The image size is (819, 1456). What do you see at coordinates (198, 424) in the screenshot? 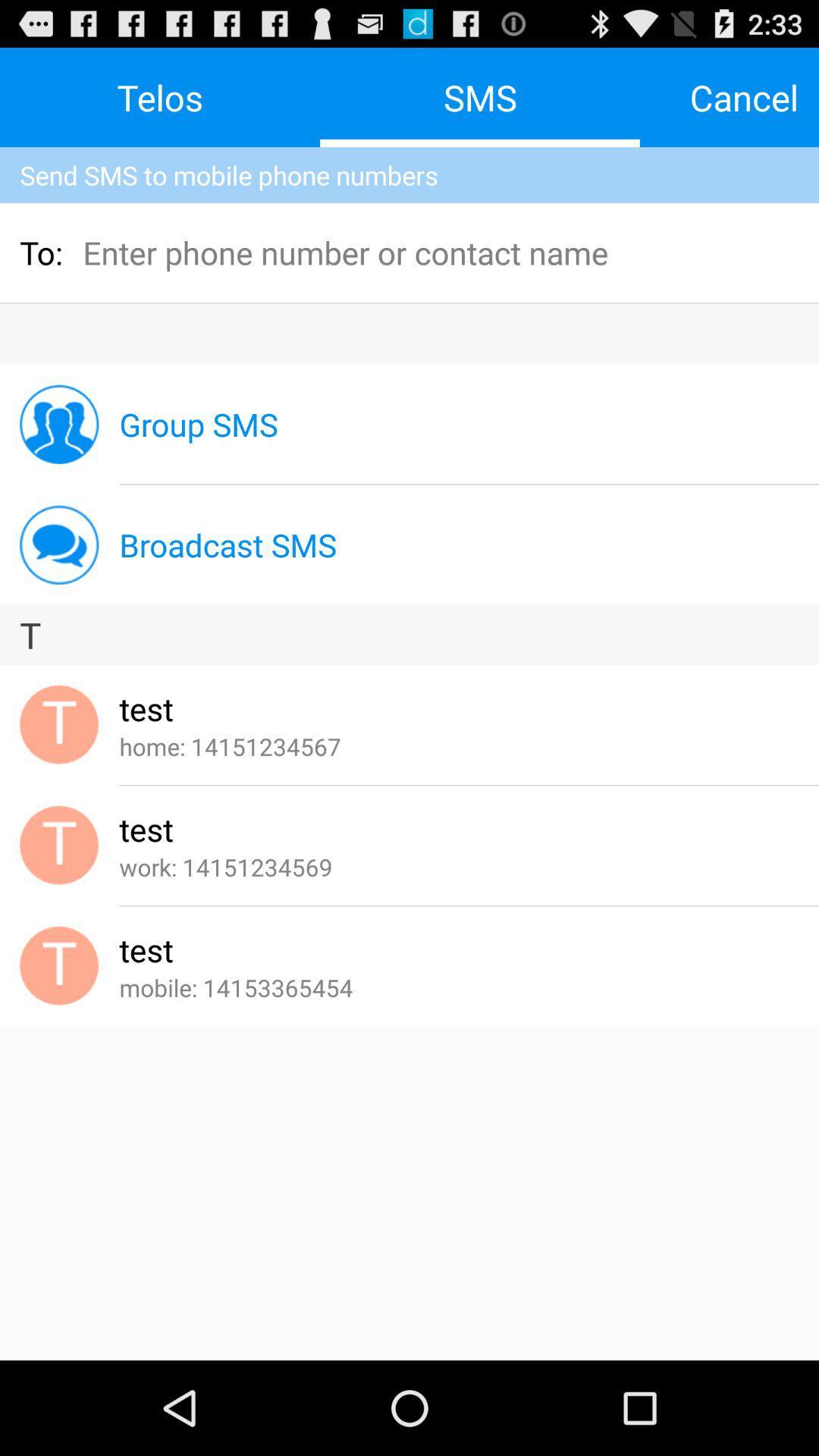
I see `group sms icon` at bounding box center [198, 424].